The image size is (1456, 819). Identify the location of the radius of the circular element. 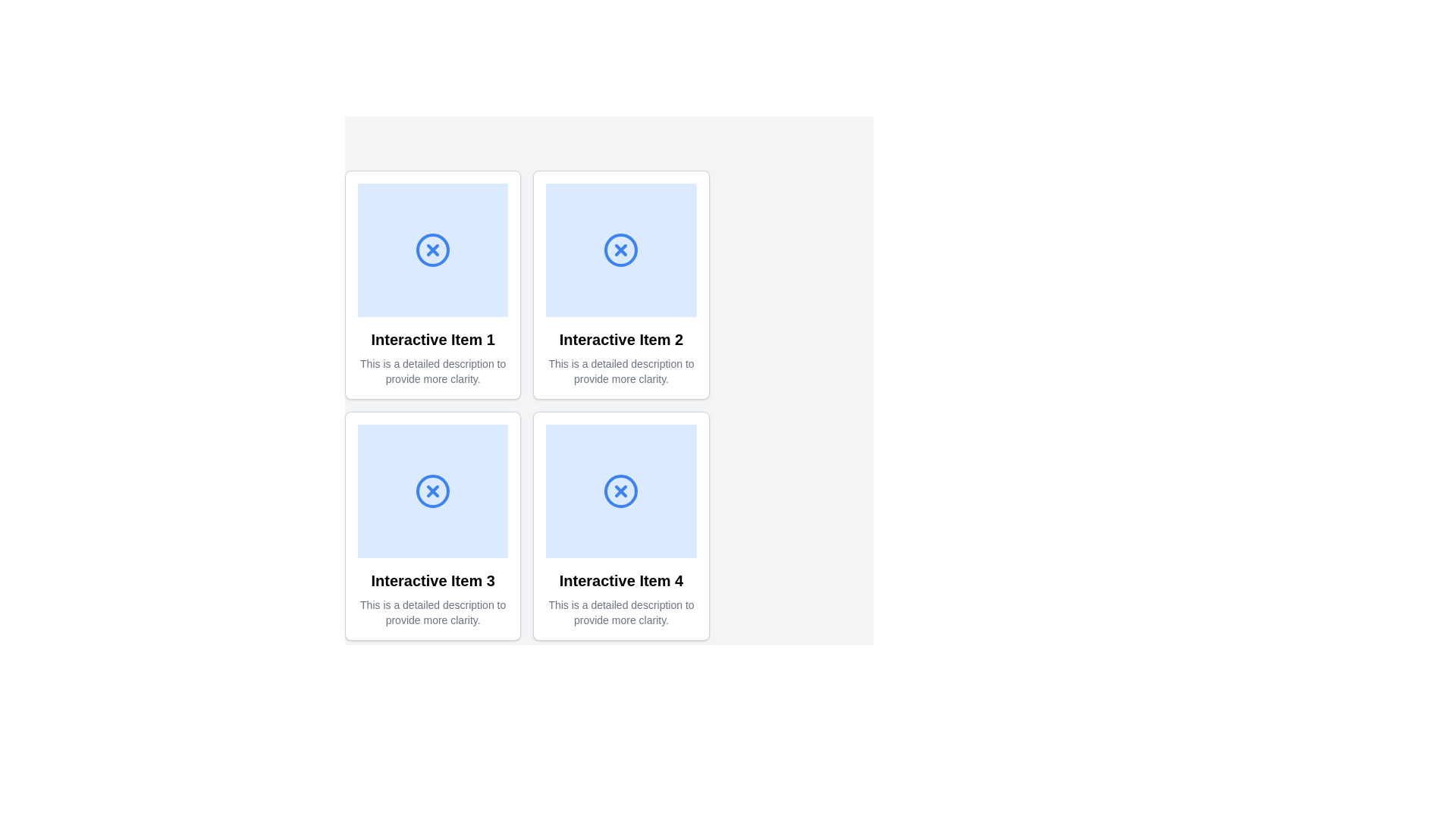
(663, 249).